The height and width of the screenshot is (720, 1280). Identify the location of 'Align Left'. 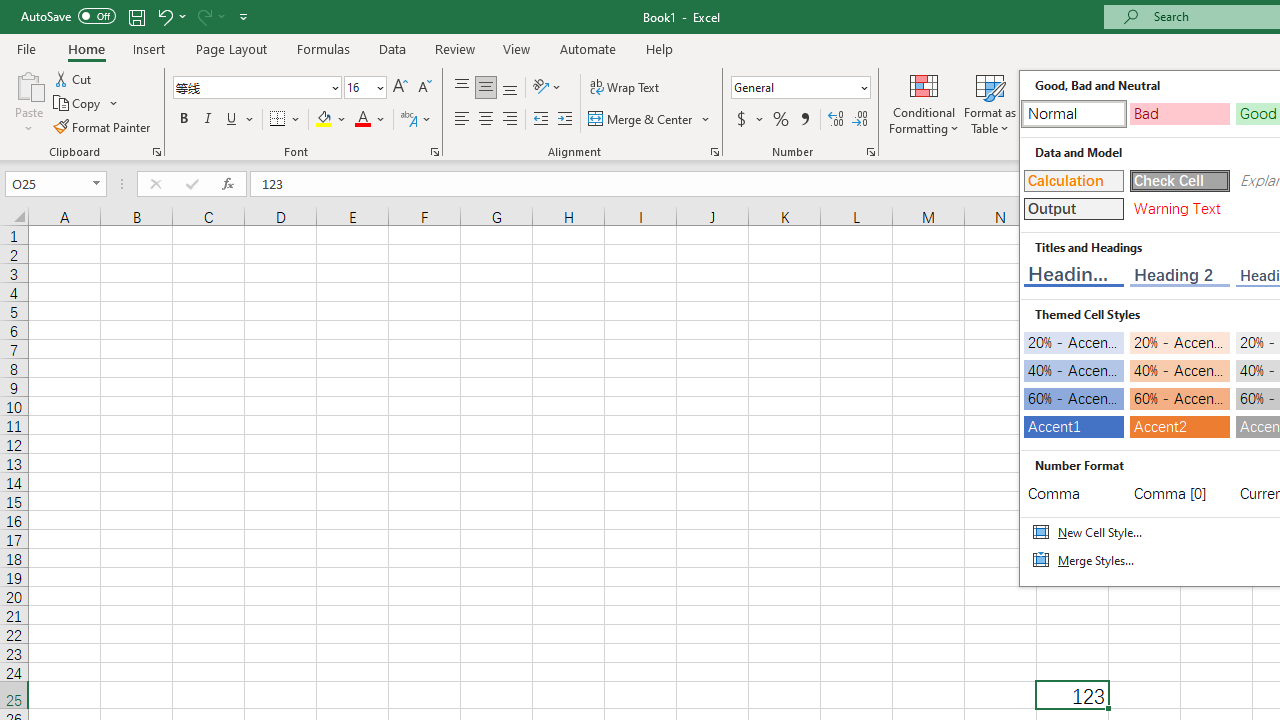
(461, 119).